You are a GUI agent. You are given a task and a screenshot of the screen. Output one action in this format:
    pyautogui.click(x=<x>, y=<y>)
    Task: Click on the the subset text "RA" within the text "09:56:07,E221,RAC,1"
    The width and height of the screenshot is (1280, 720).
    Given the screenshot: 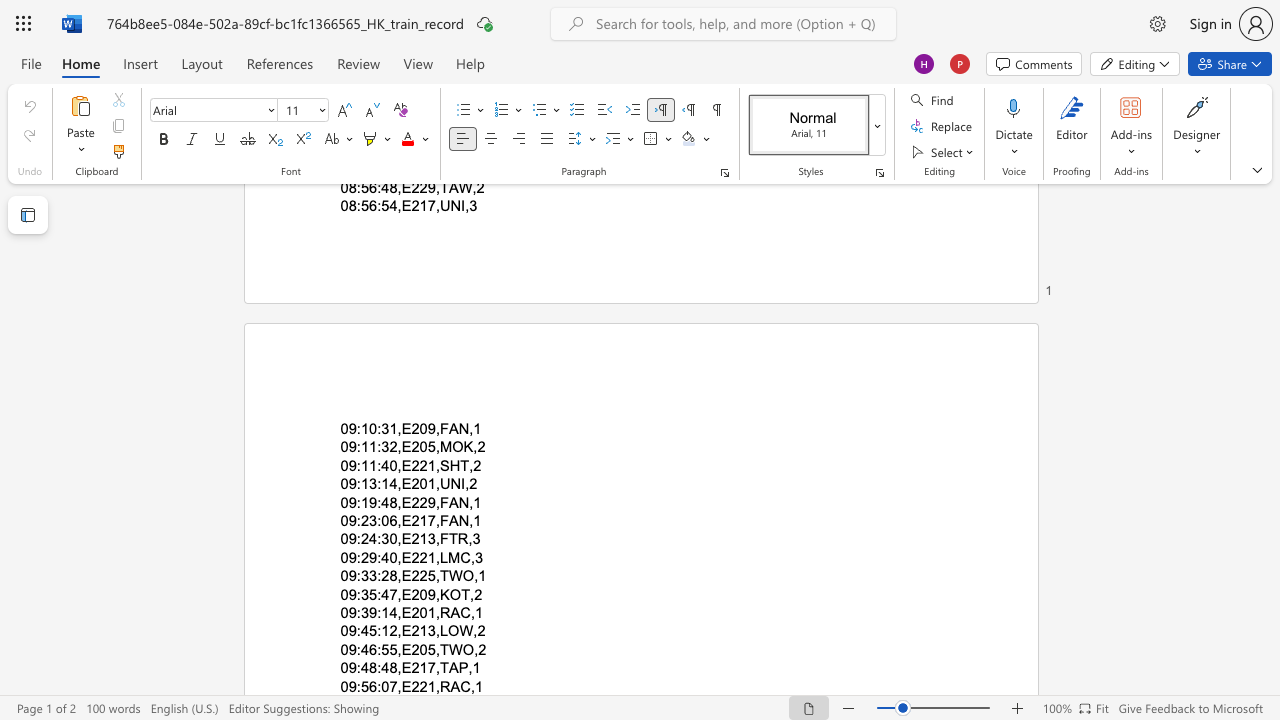 What is the action you would take?
    pyautogui.click(x=438, y=685)
    